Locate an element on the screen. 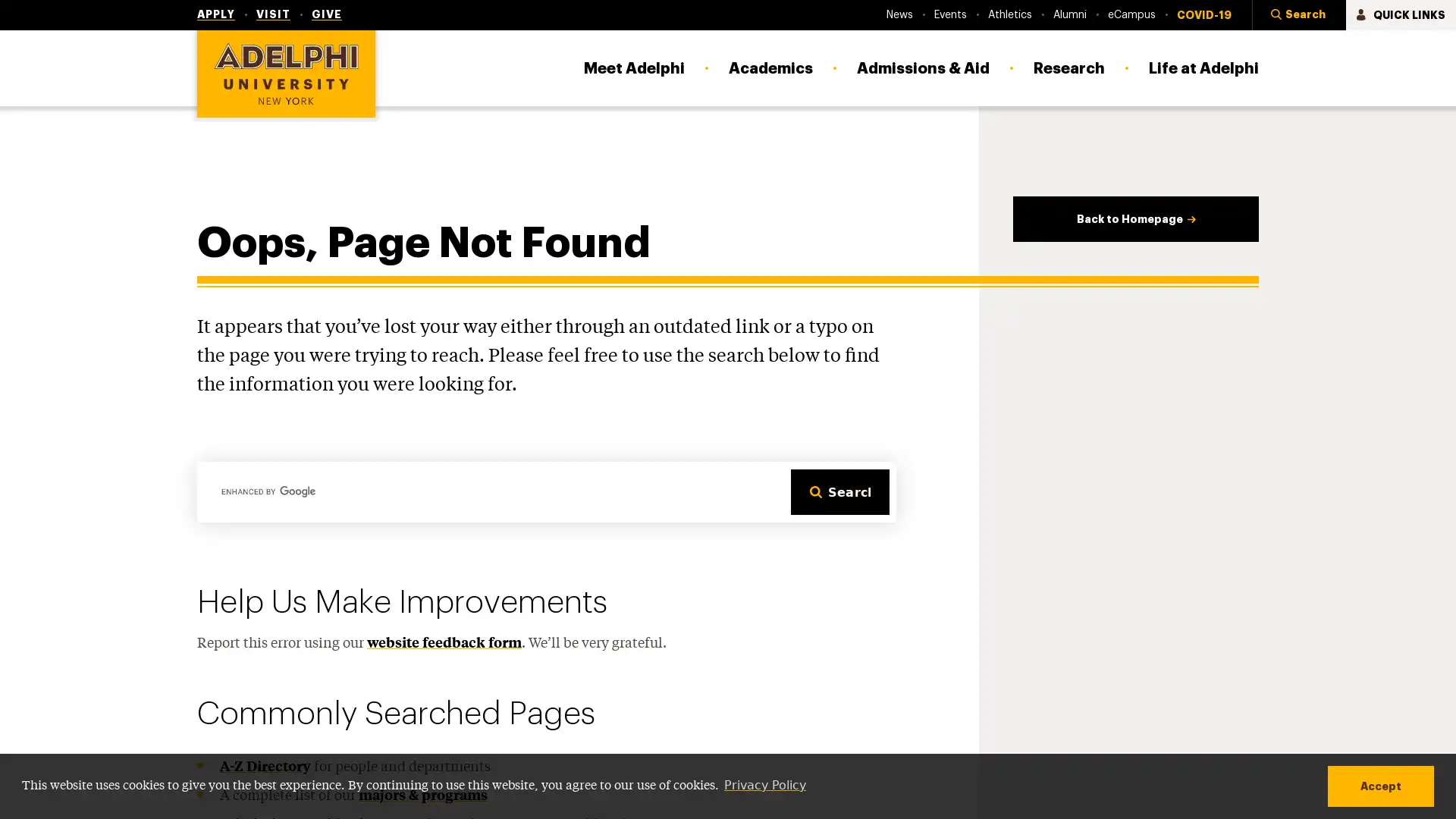  Alumni & Friends is located at coordinates (1015, 221).